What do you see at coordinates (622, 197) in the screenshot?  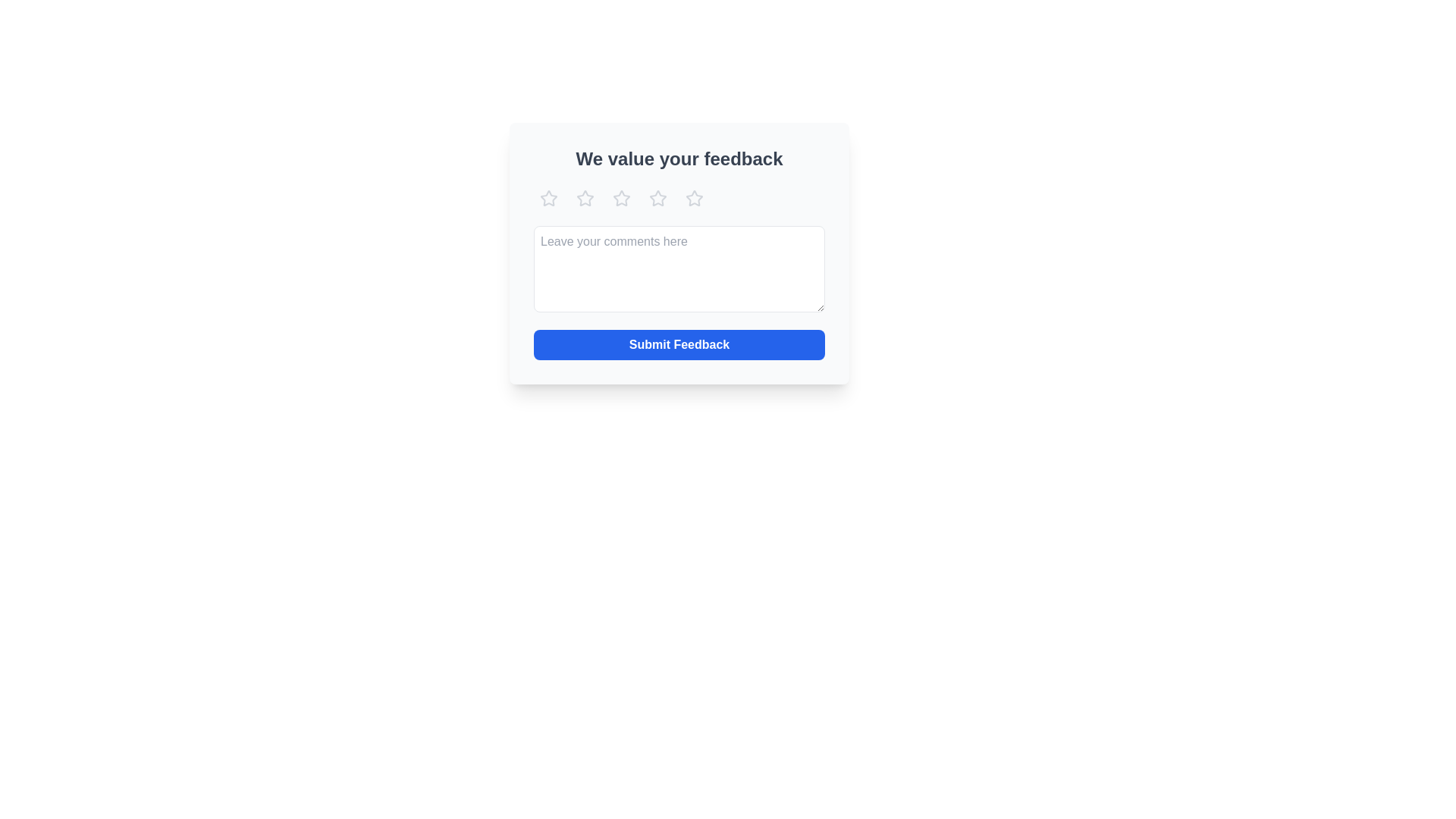 I see `the third star icon in the rating section` at bounding box center [622, 197].